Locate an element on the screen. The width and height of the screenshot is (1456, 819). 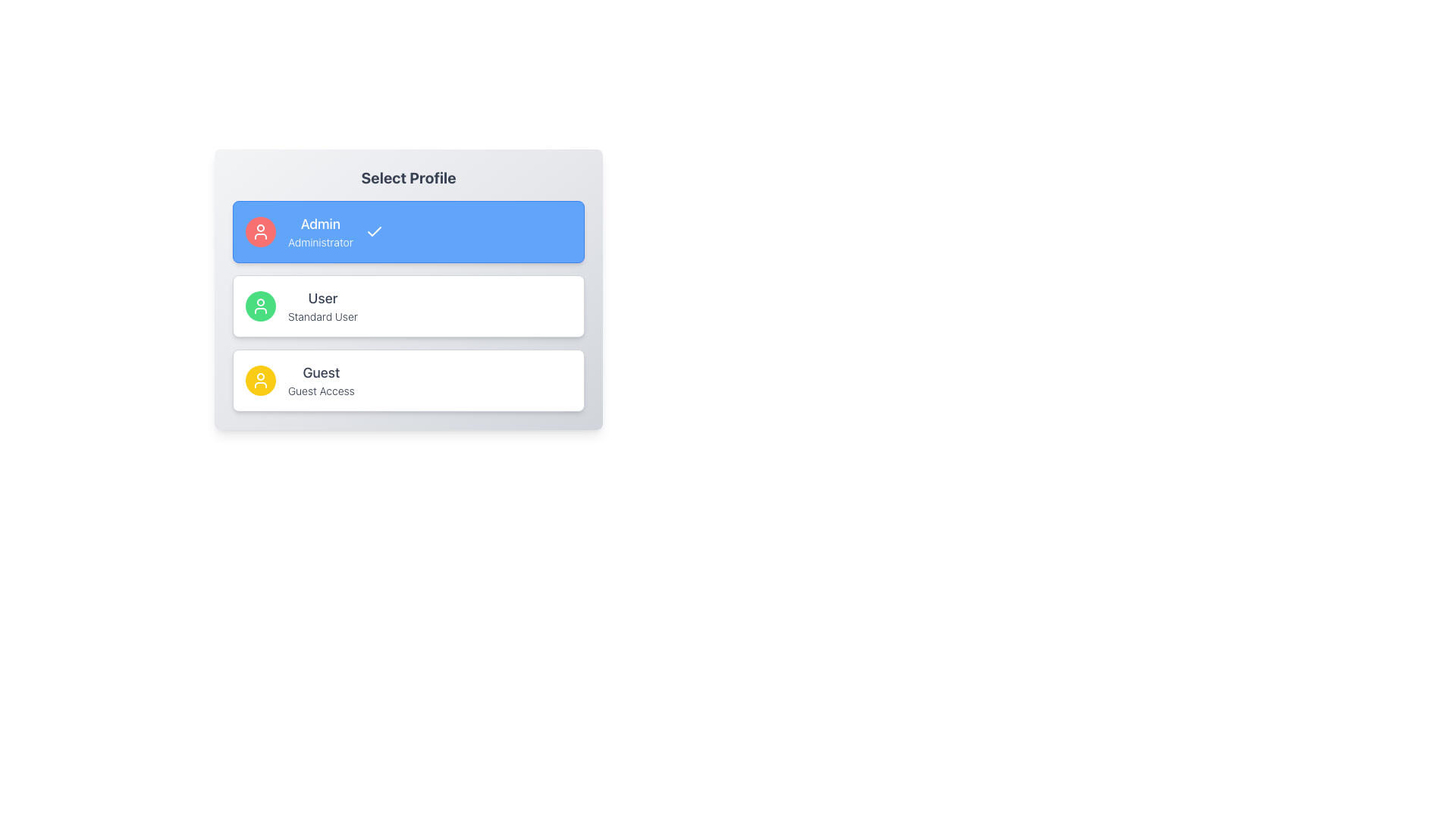
the 'Guest' profile icon located is located at coordinates (261, 379).